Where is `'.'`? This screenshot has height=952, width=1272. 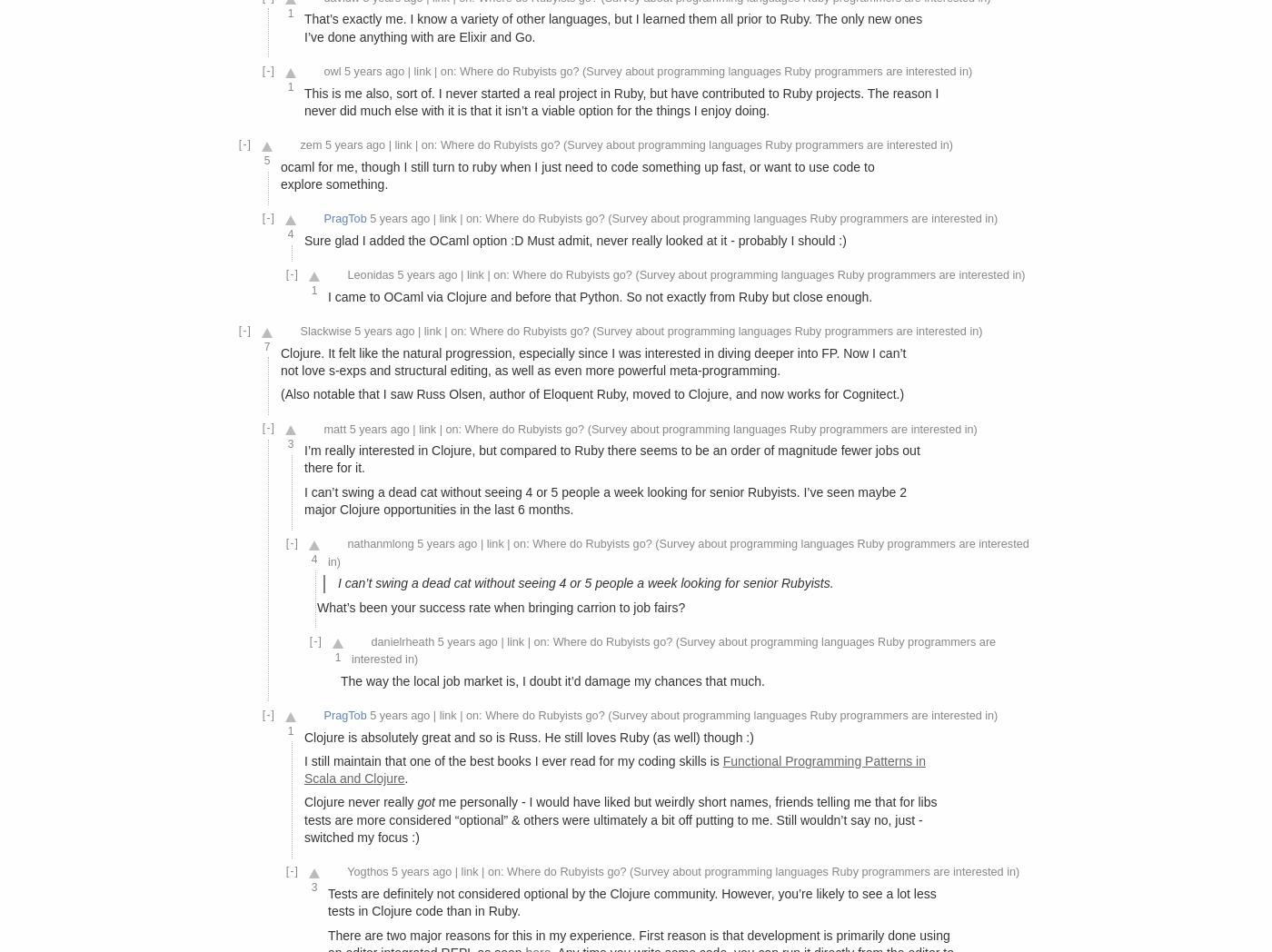 '.' is located at coordinates (406, 778).